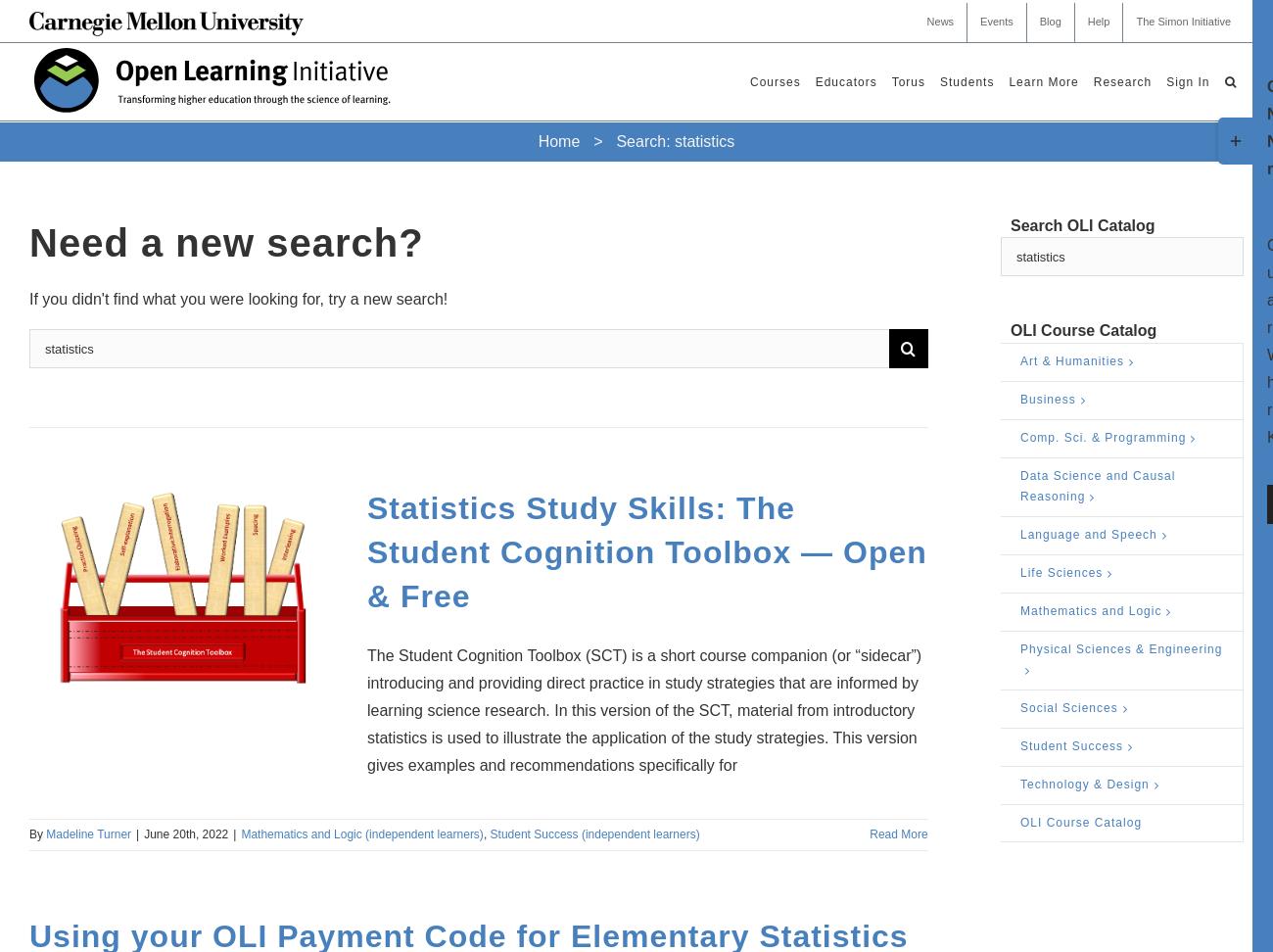 This screenshot has width=1273, height=952. What do you see at coordinates (1032, 186) in the screenshot?
I see `'Learn How OLI Helps Students'` at bounding box center [1032, 186].